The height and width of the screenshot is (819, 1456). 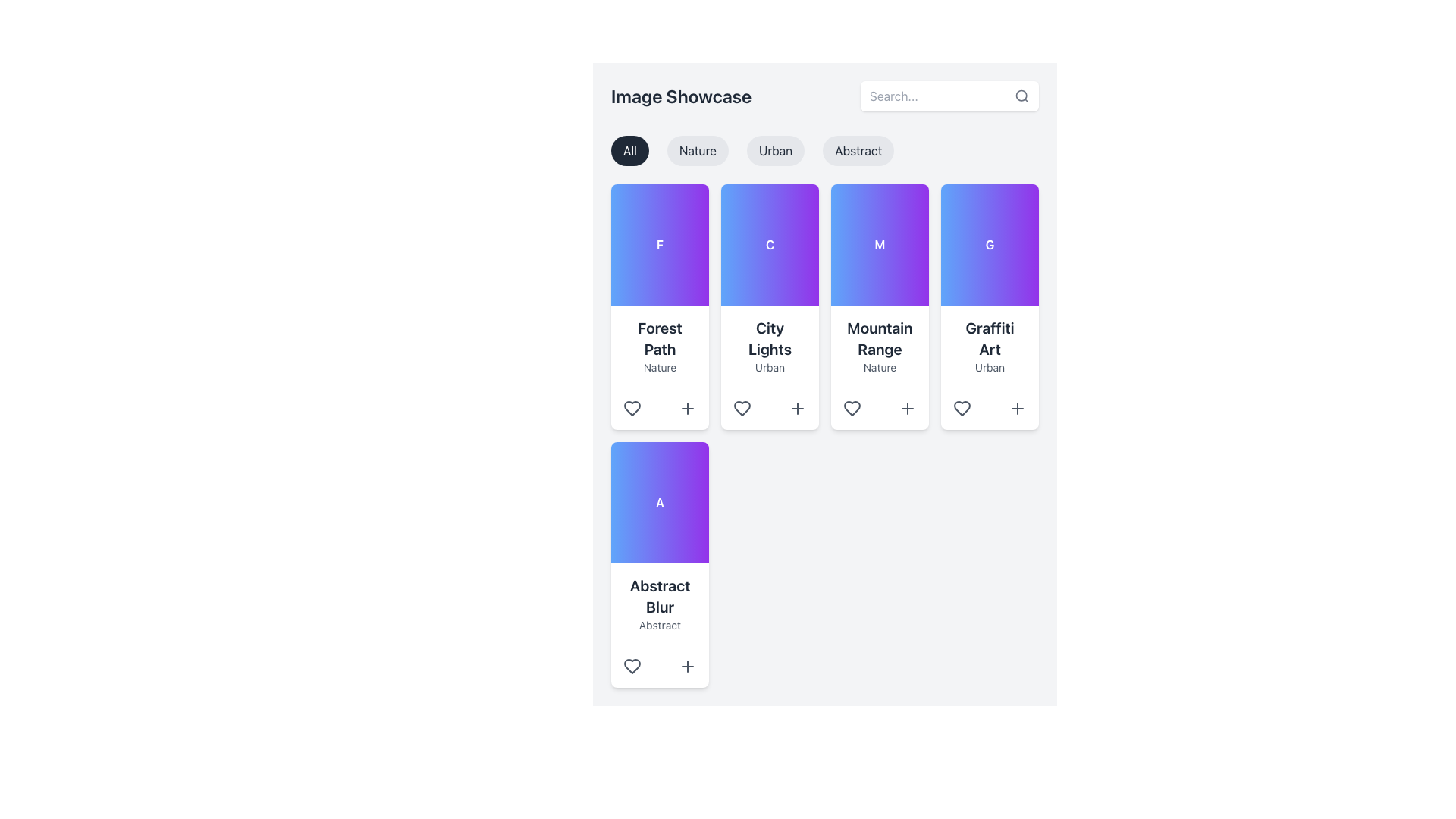 What do you see at coordinates (880, 338) in the screenshot?
I see `text label that says 'Mountain Range', which is centrally positioned in the third card of the top row in the grid of cards` at bounding box center [880, 338].